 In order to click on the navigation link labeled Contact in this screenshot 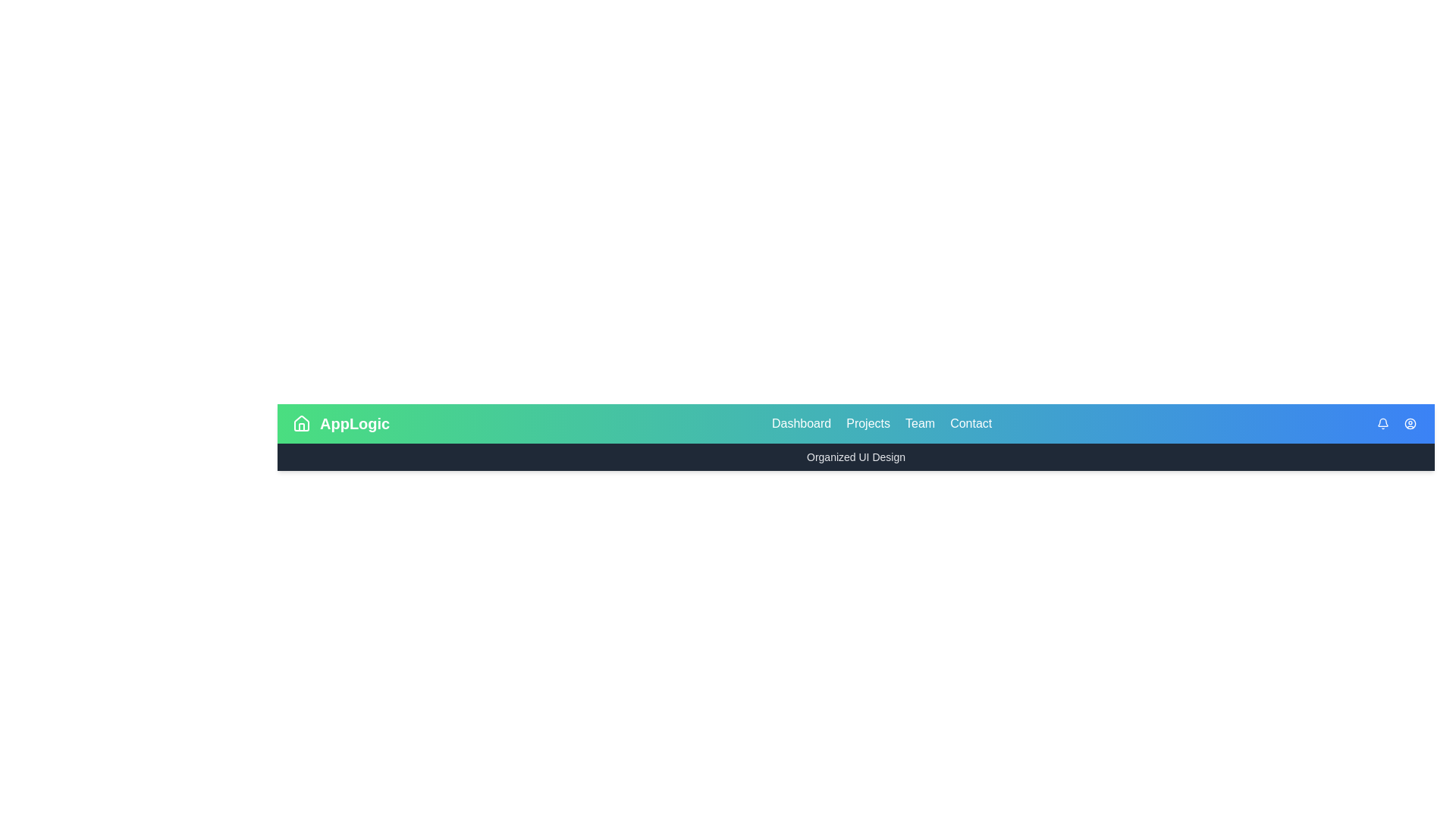, I will do `click(971, 424)`.